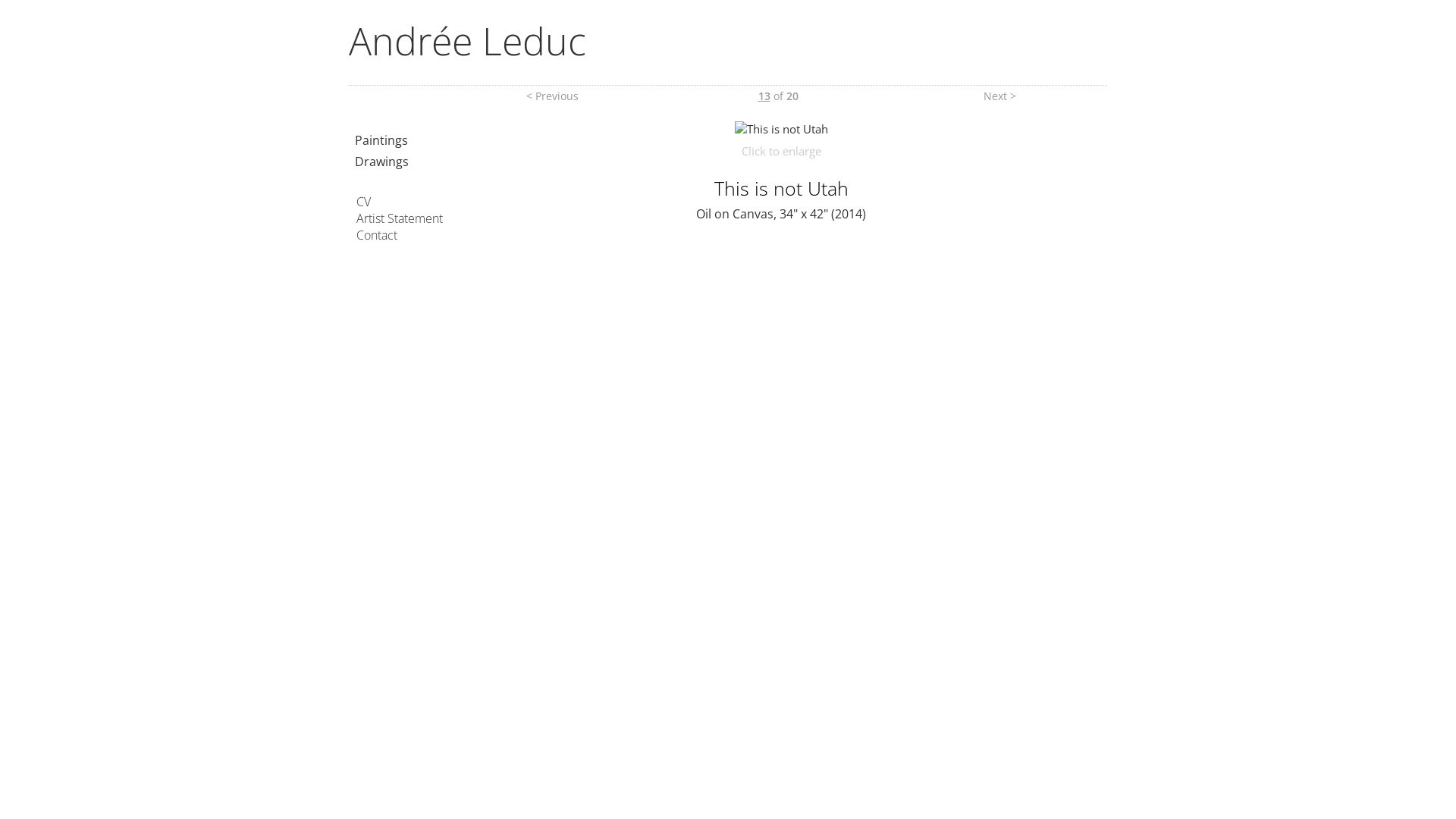 The image size is (1456, 819). I want to click on ' This is not Utah ', so click(780, 127).